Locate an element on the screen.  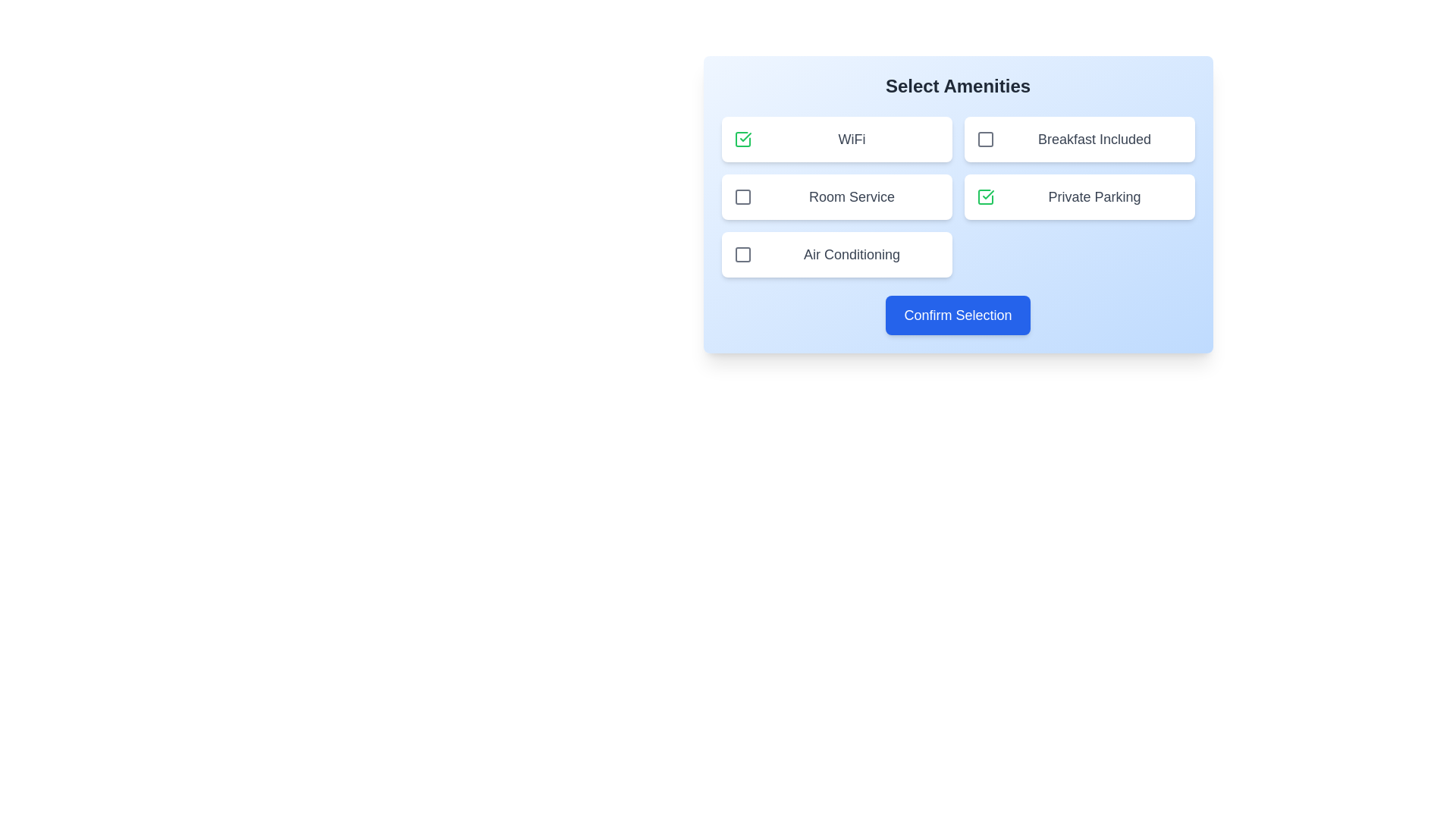
the checkbox labeled 'Air Conditioning' is located at coordinates (836, 253).